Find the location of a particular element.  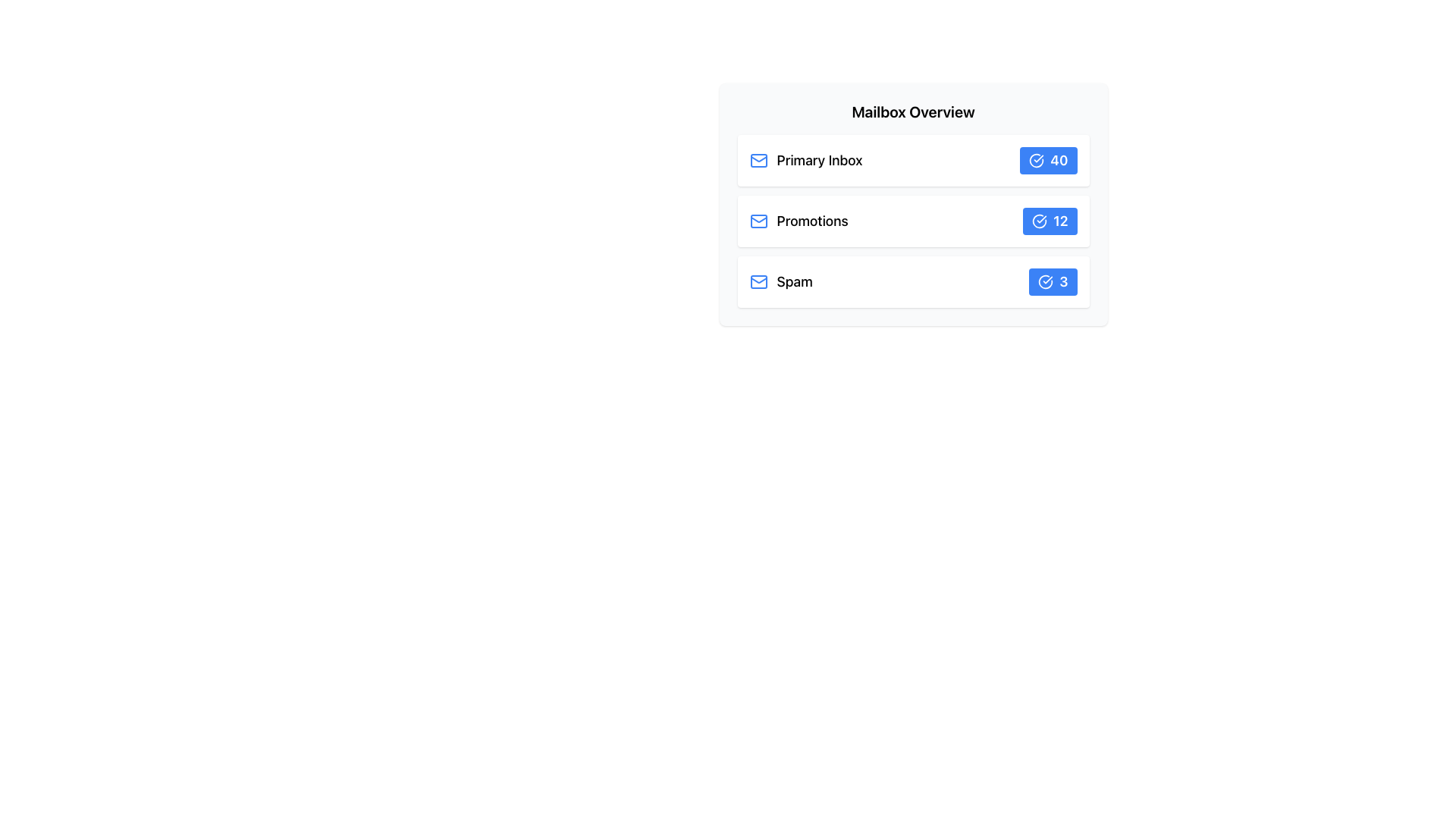

the mail envelope icon (SVG) located to the left of the 'Promotions' label is located at coordinates (758, 221).